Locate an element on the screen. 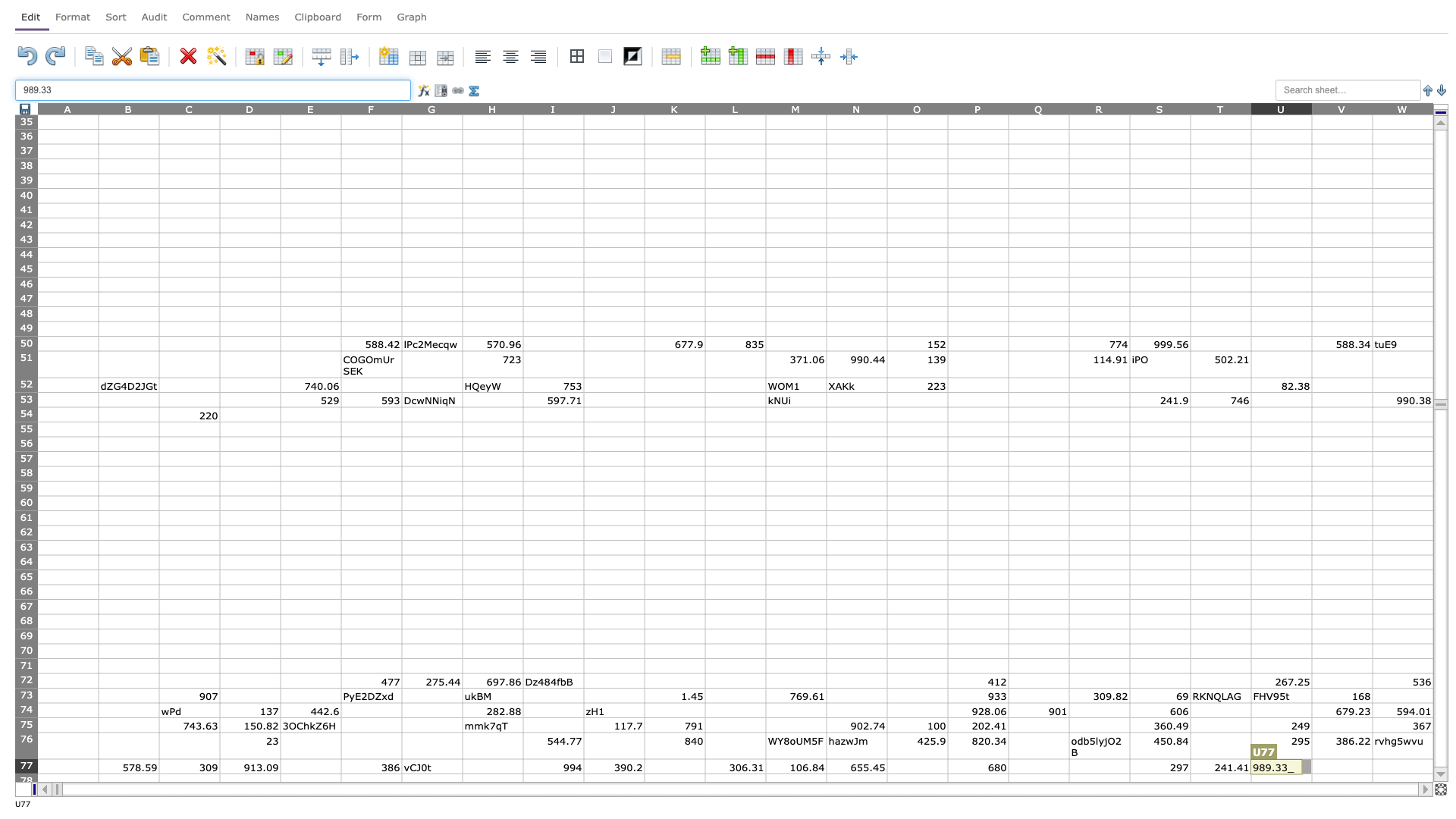 The image size is (1456, 819). Upper left corner of cell B78 is located at coordinates (97, 773).